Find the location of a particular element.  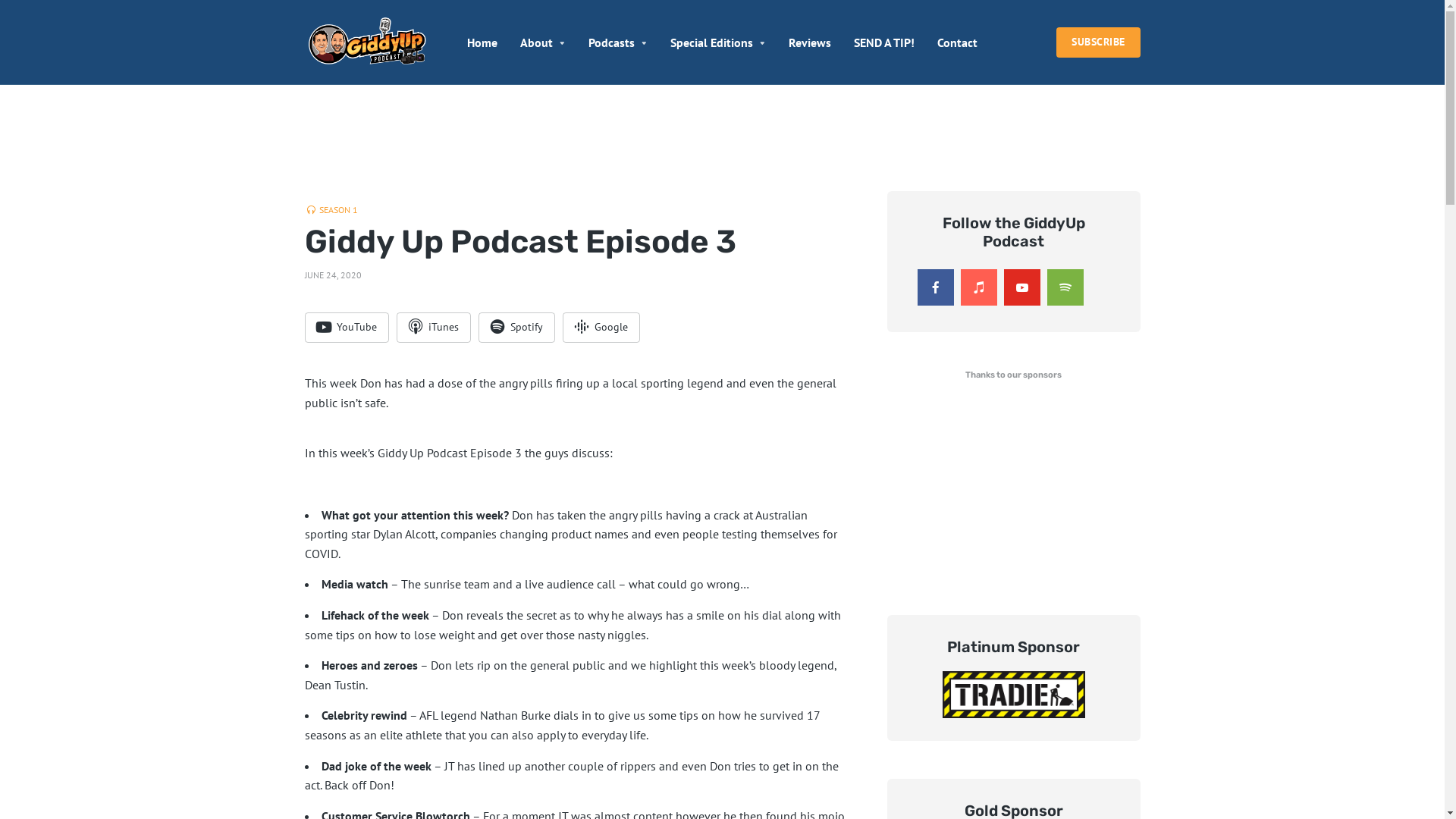

'SUBSCRIBE' is located at coordinates (1098, 42).